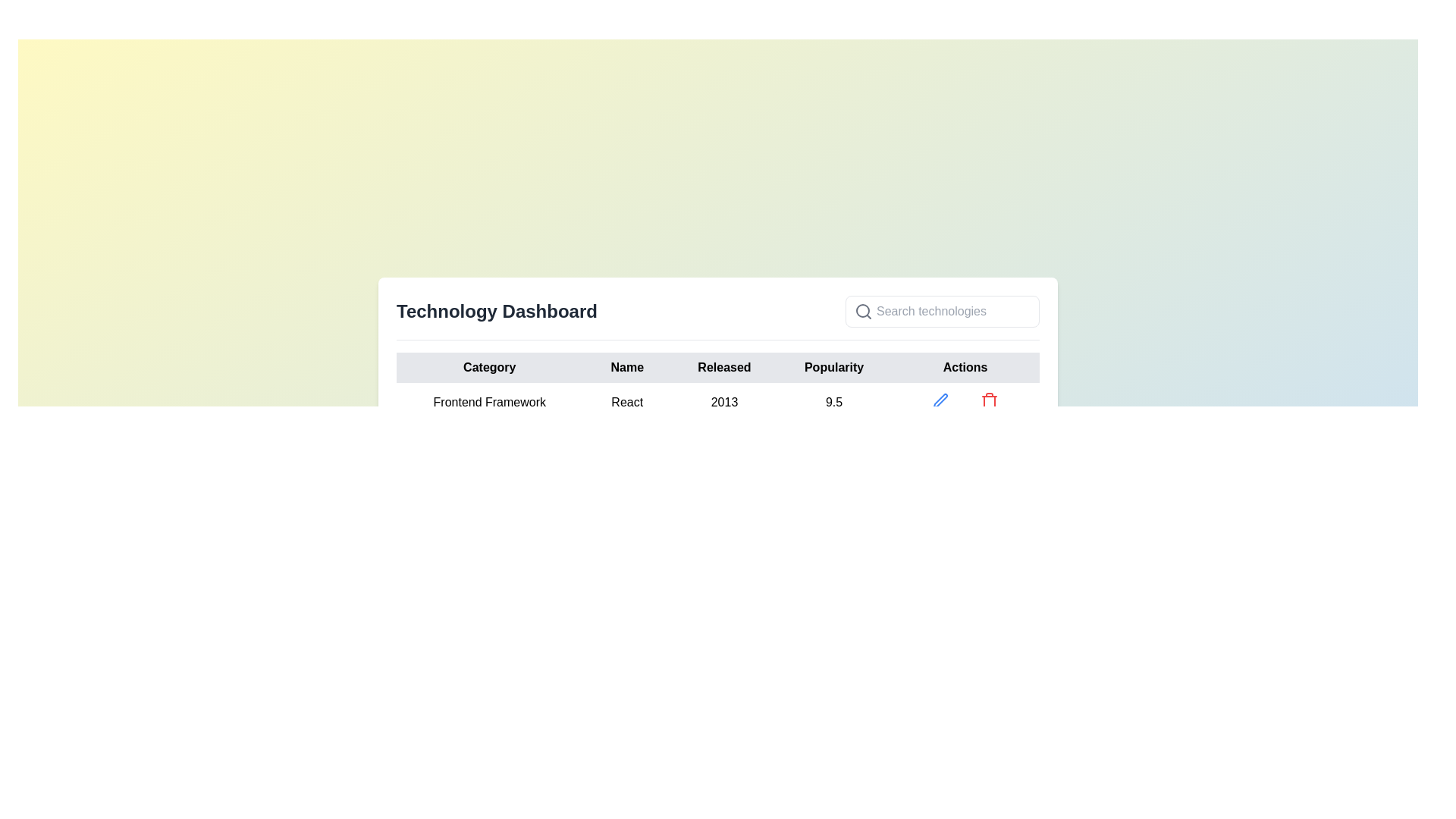 The image size is (1456, 819). What do you see at coordinates (862, 309) in the screenshot?
I see `the input box associated with the magnifying glass icon, identified by its central circular element located at the specified coordinates` at bounding box center [862, 309].